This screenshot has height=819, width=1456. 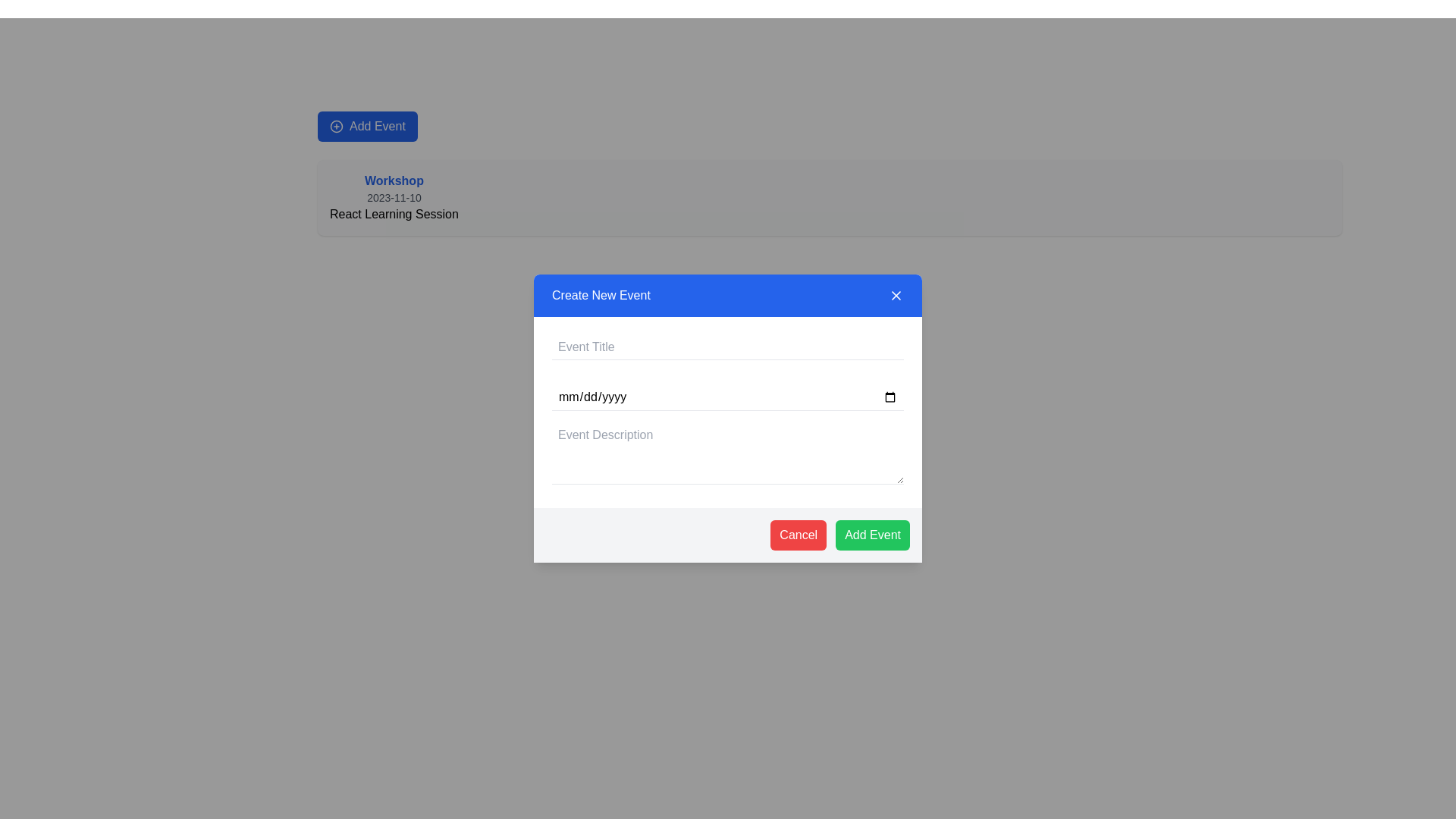 What do you see at coordinates (728, 347) in the screenshot?
I see `the title input field for an event located` at bounding box center [728, 347].